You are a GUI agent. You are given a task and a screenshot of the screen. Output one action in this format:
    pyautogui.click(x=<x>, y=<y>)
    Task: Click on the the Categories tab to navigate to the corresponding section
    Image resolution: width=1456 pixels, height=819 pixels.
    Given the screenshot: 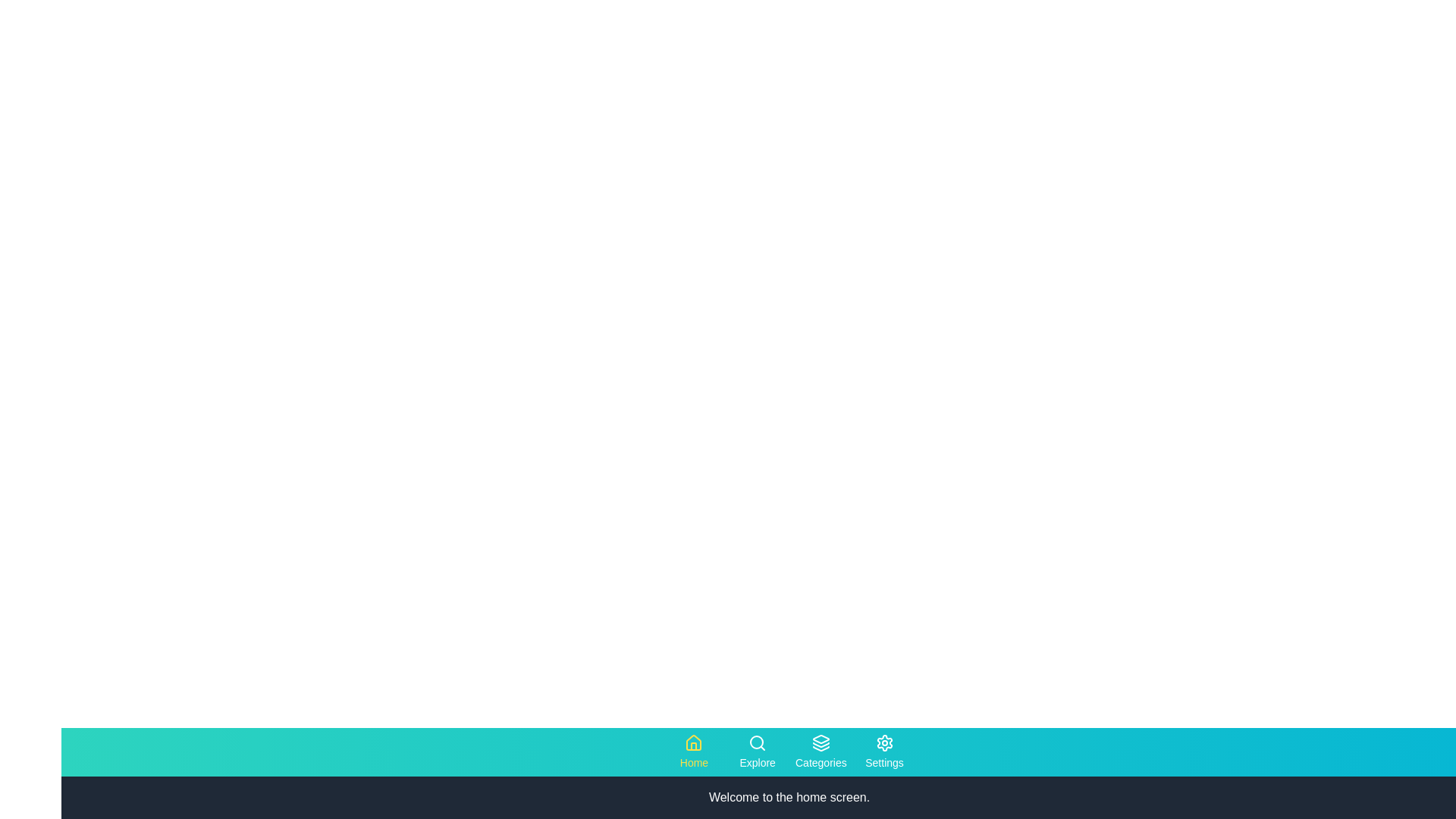 What is the action you would take?
    pyautogui.click(x=820, y=752)
    